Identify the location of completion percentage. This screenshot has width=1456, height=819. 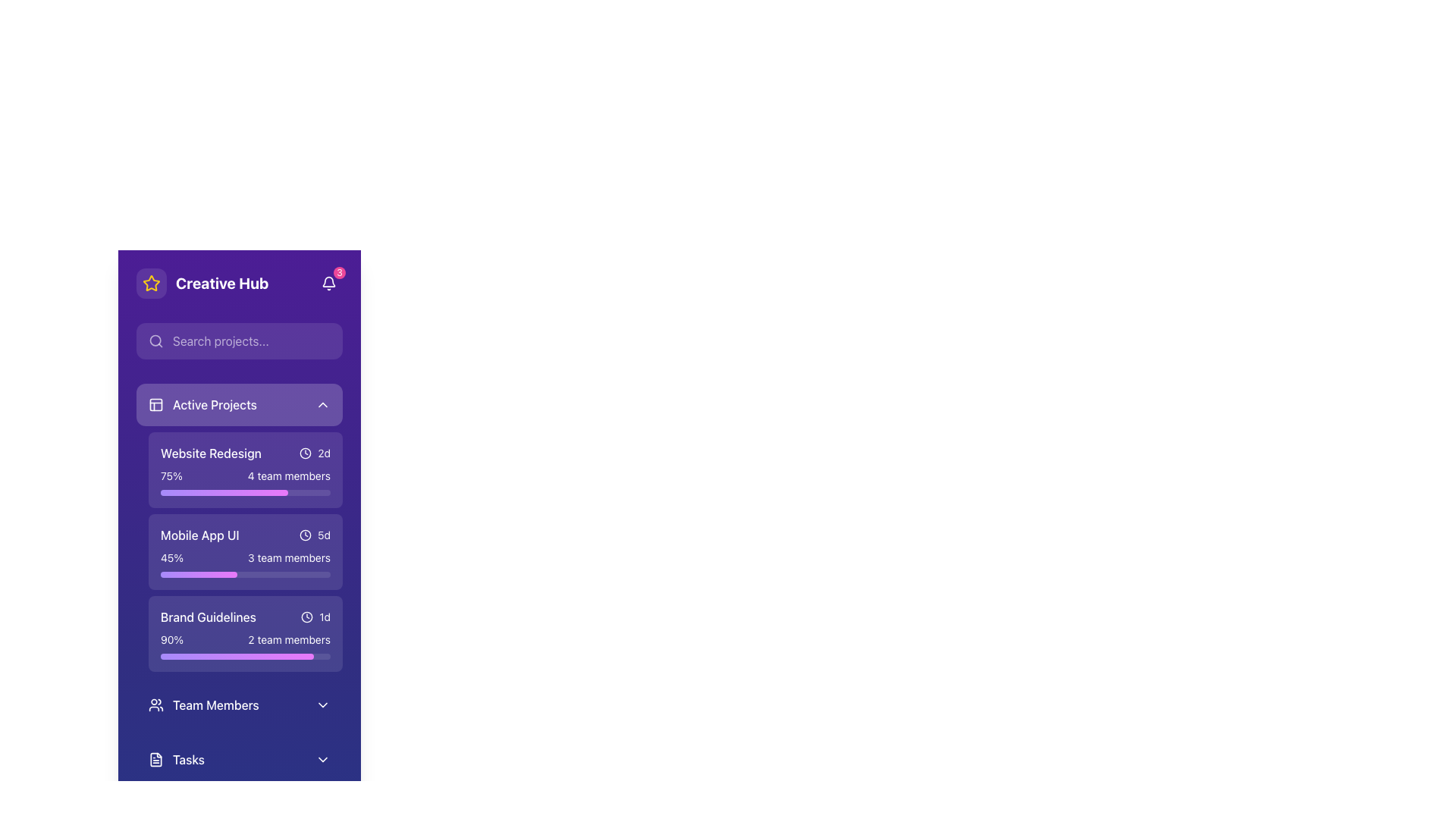
(172, 493).